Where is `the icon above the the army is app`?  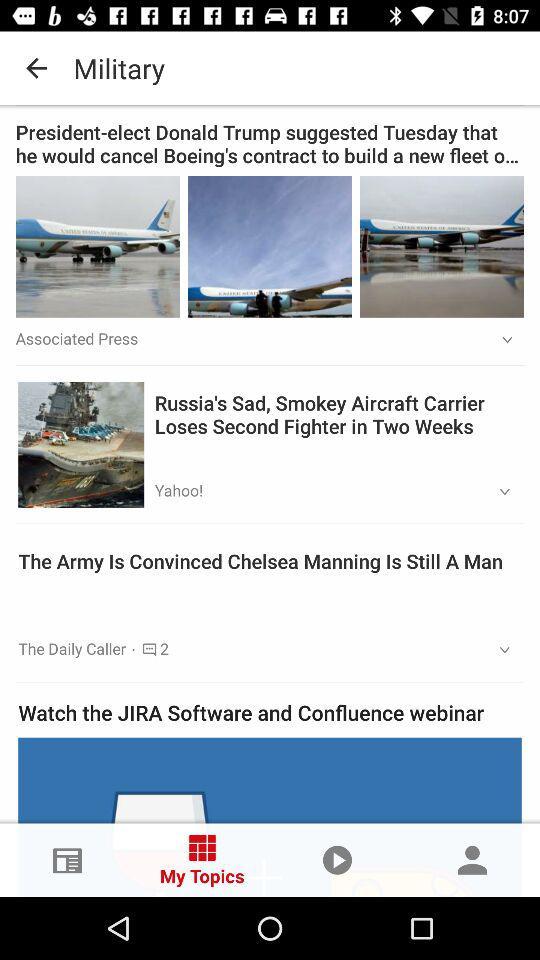 the icon above the the army is app is located at coordinates (497, 491).